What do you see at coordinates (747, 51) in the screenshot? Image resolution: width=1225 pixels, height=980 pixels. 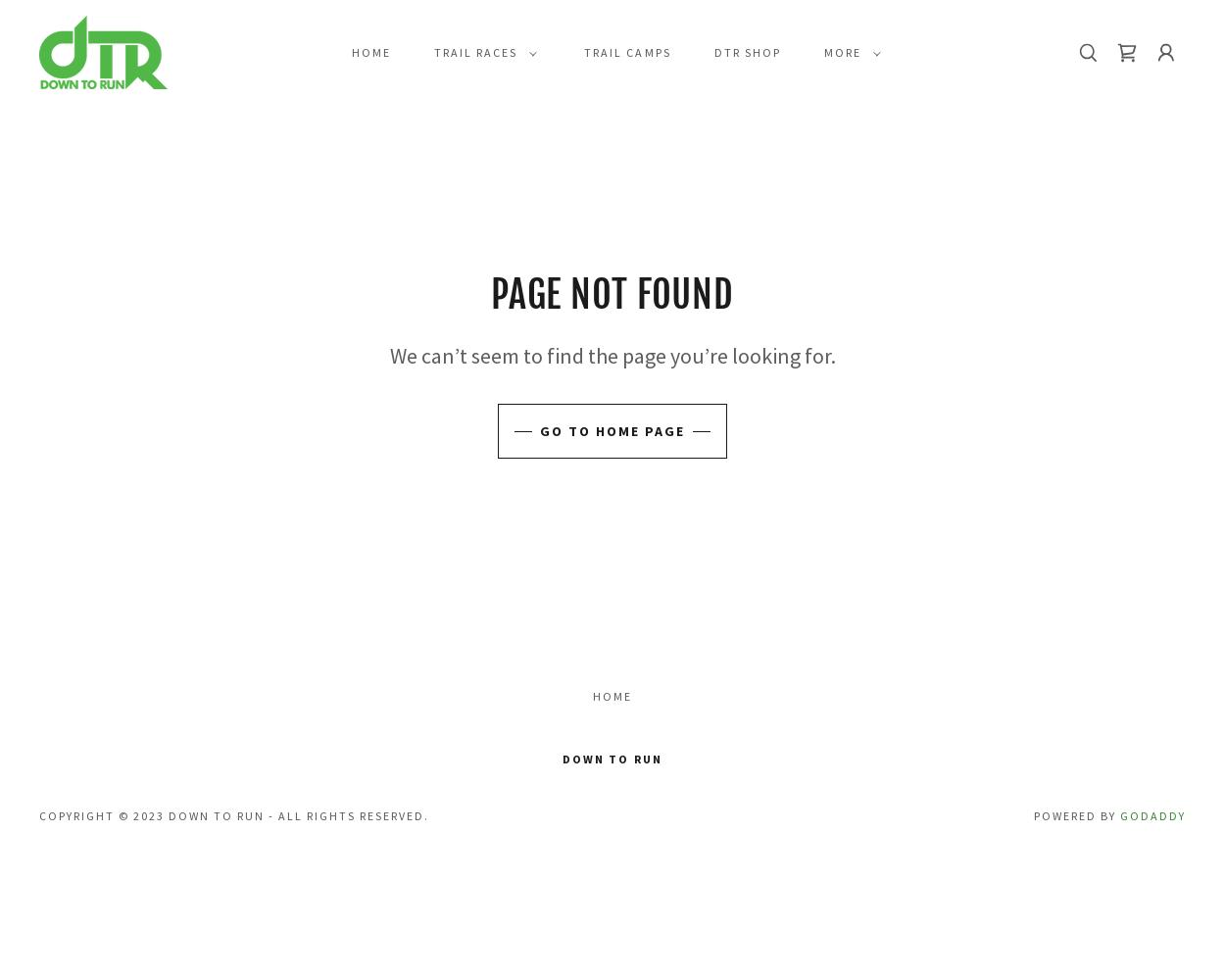 I see `'DTR Shop'` at bounding box center [747, 51].